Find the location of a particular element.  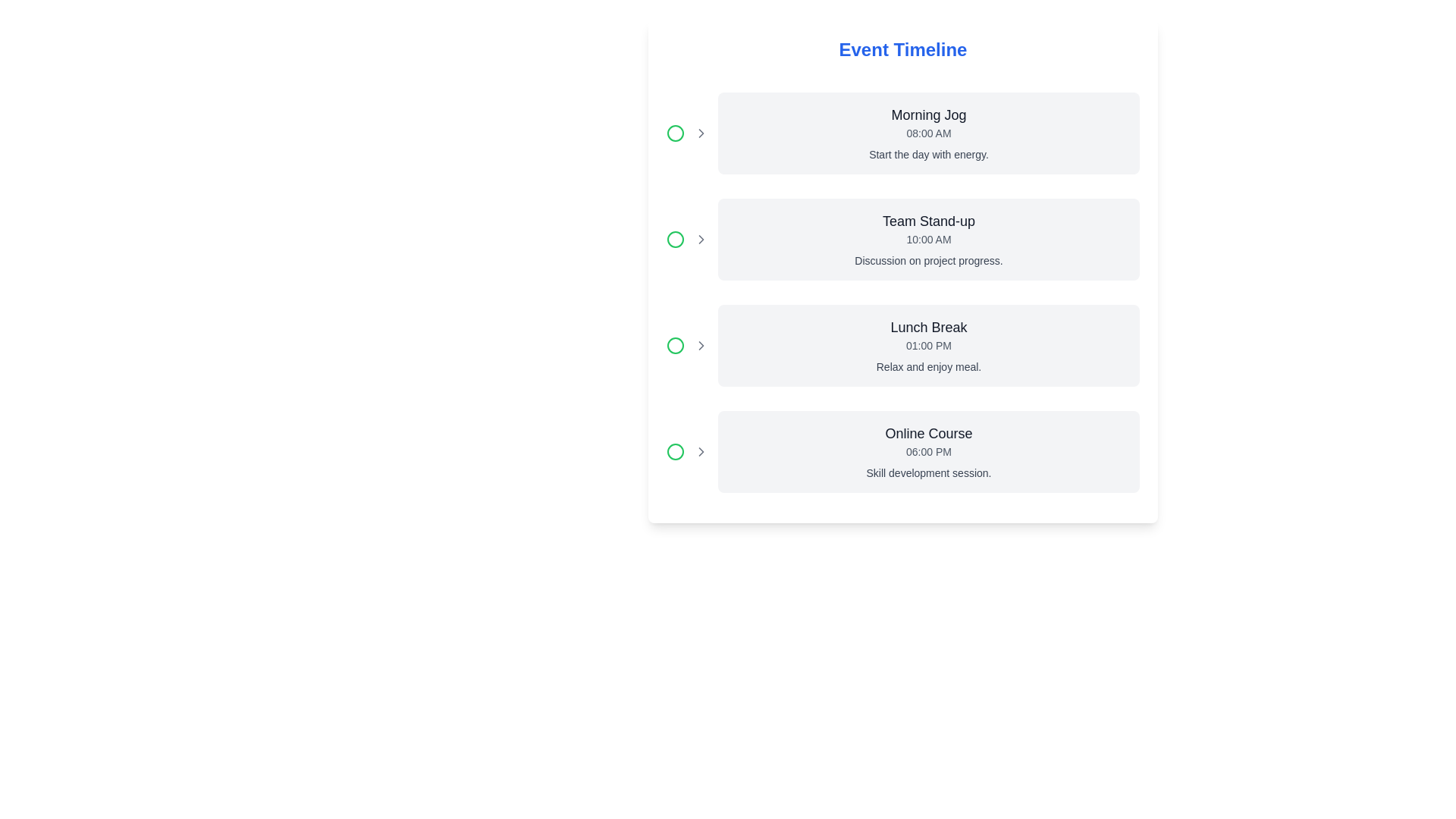

the rightward-pointing chevron icon located to the right of the circular status indicator of the fourth event entry titled 'Online Course' in the Event Timeline is located at coordinates (701, 451).